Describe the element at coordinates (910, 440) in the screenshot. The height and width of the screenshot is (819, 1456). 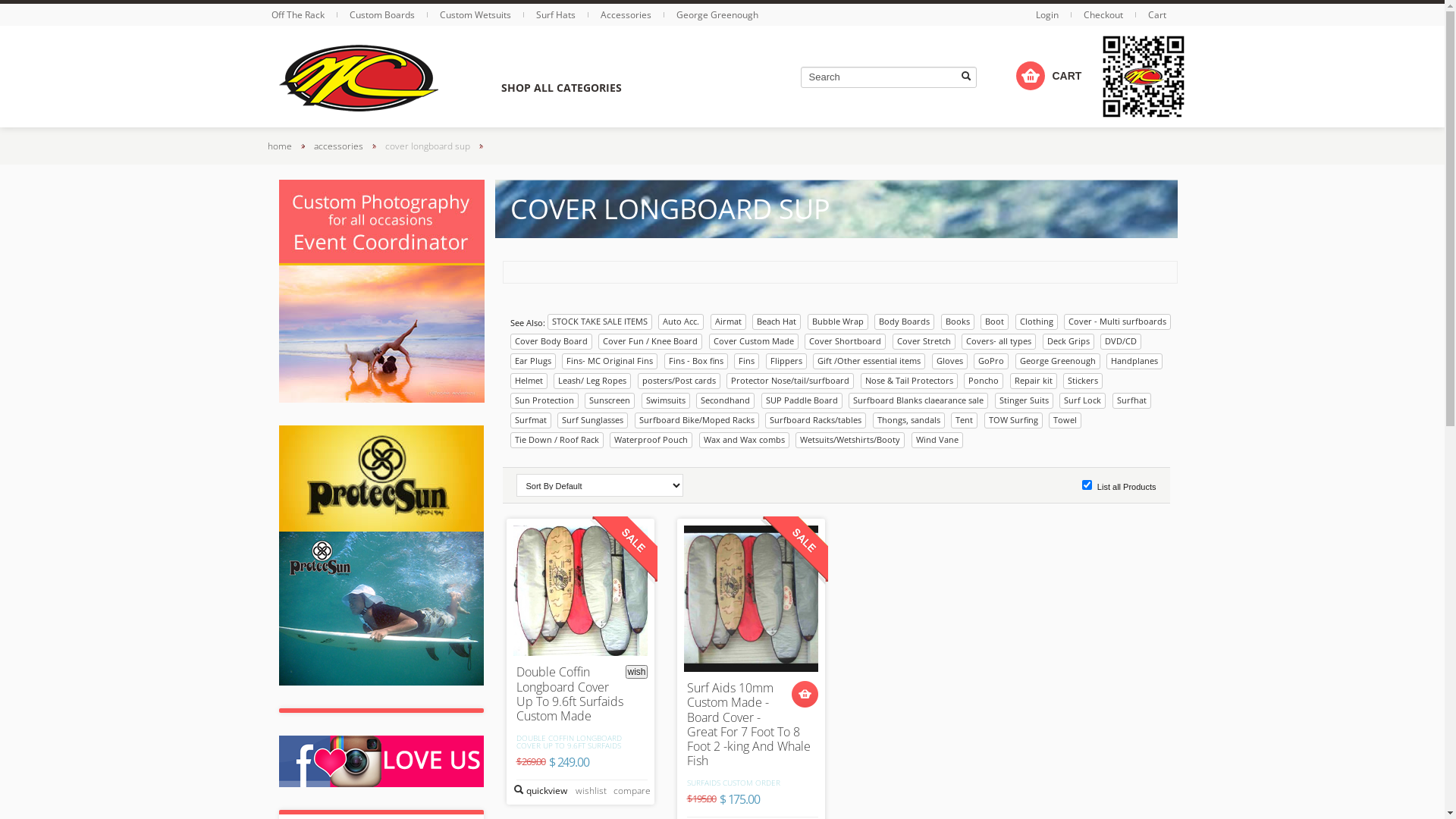
I see `'Wind Vane'` at that location.